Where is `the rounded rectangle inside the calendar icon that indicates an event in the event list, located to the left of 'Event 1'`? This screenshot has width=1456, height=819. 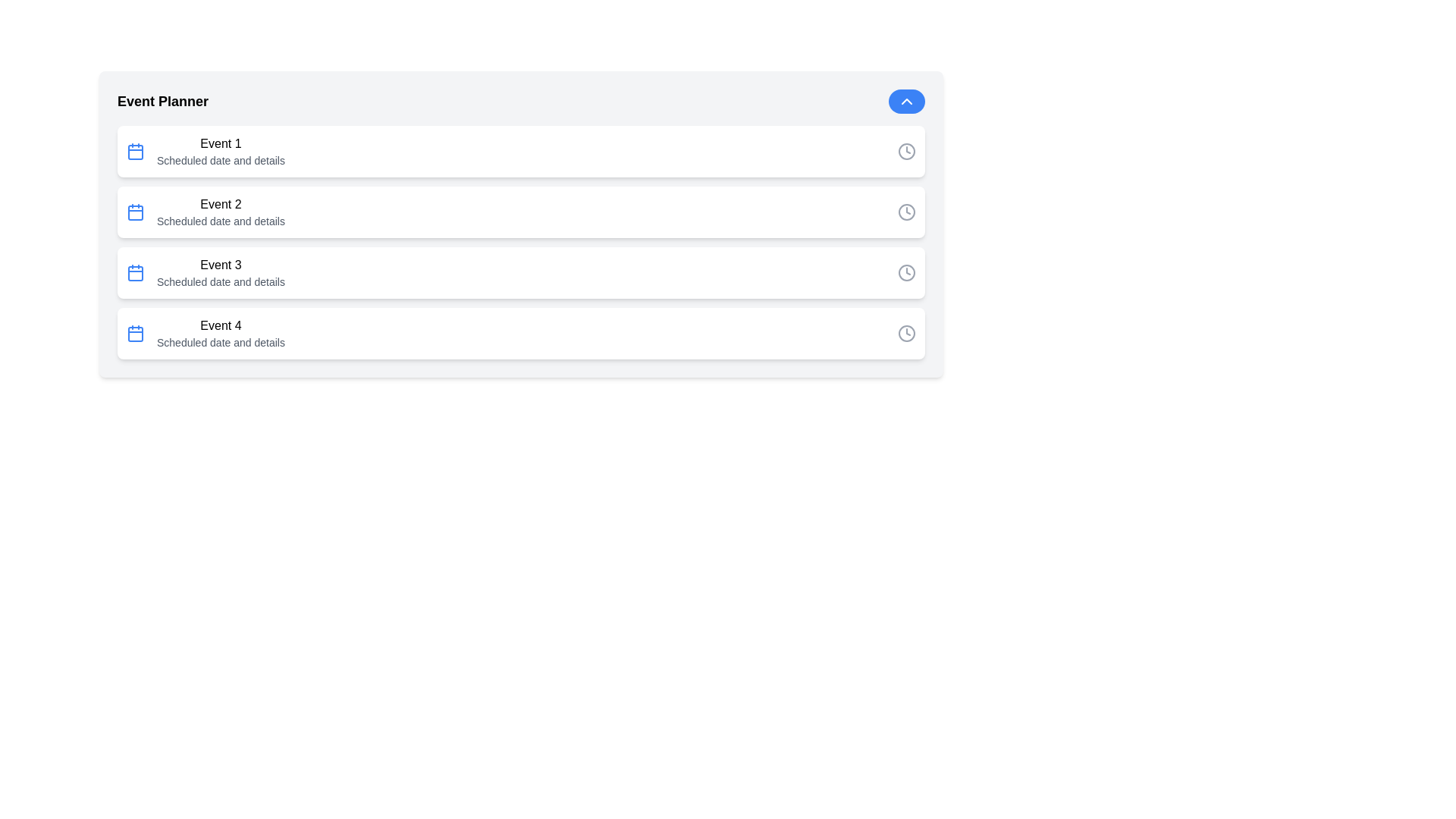 the rounded rectangle inside the calendar icon that indicates an event in the event list, located to the left of 'Event 1' is located at coordinates (135, 152).